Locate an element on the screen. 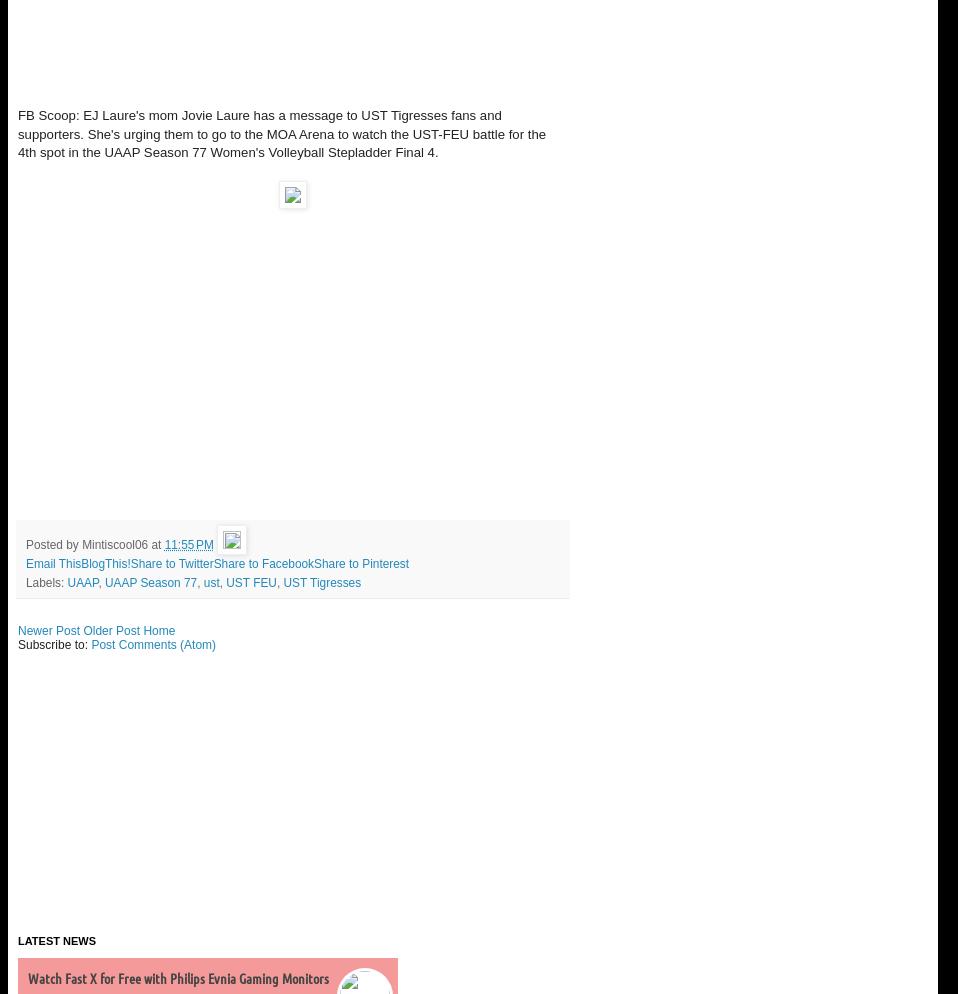 The width and height of the screenshot is (958, 994). 'Mintiscool06' is located at coordinates (114, 544).